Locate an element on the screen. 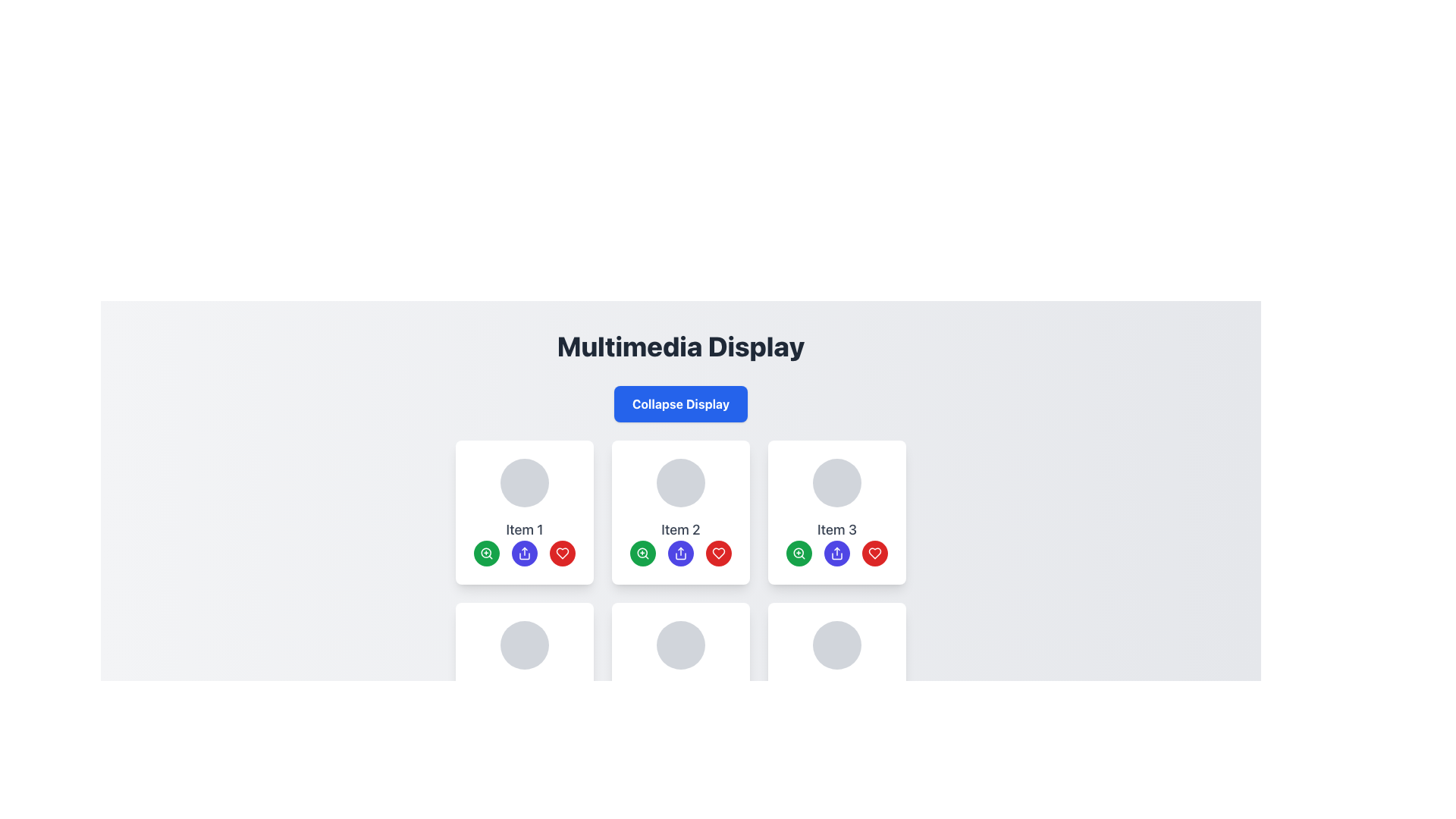 This screenshot has height=819, width=1456. the first button in the row of three buttons underneath the text label 'Item 2' is located at coordinates (643, 553).